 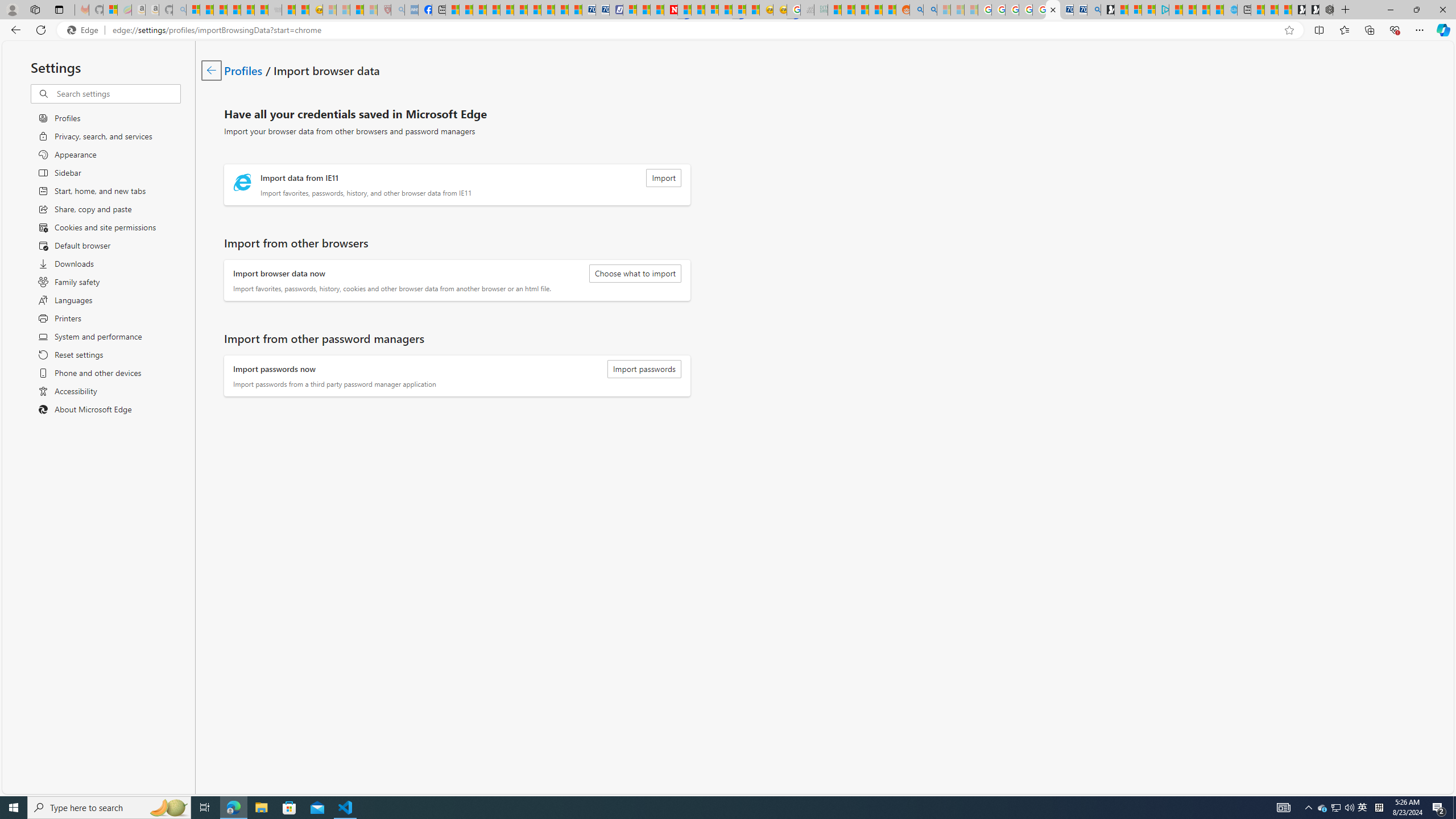 What do you see at coordinates (118, 93) in the screenshot?
I see `'Search settings'` at bounding box center [118, 93].